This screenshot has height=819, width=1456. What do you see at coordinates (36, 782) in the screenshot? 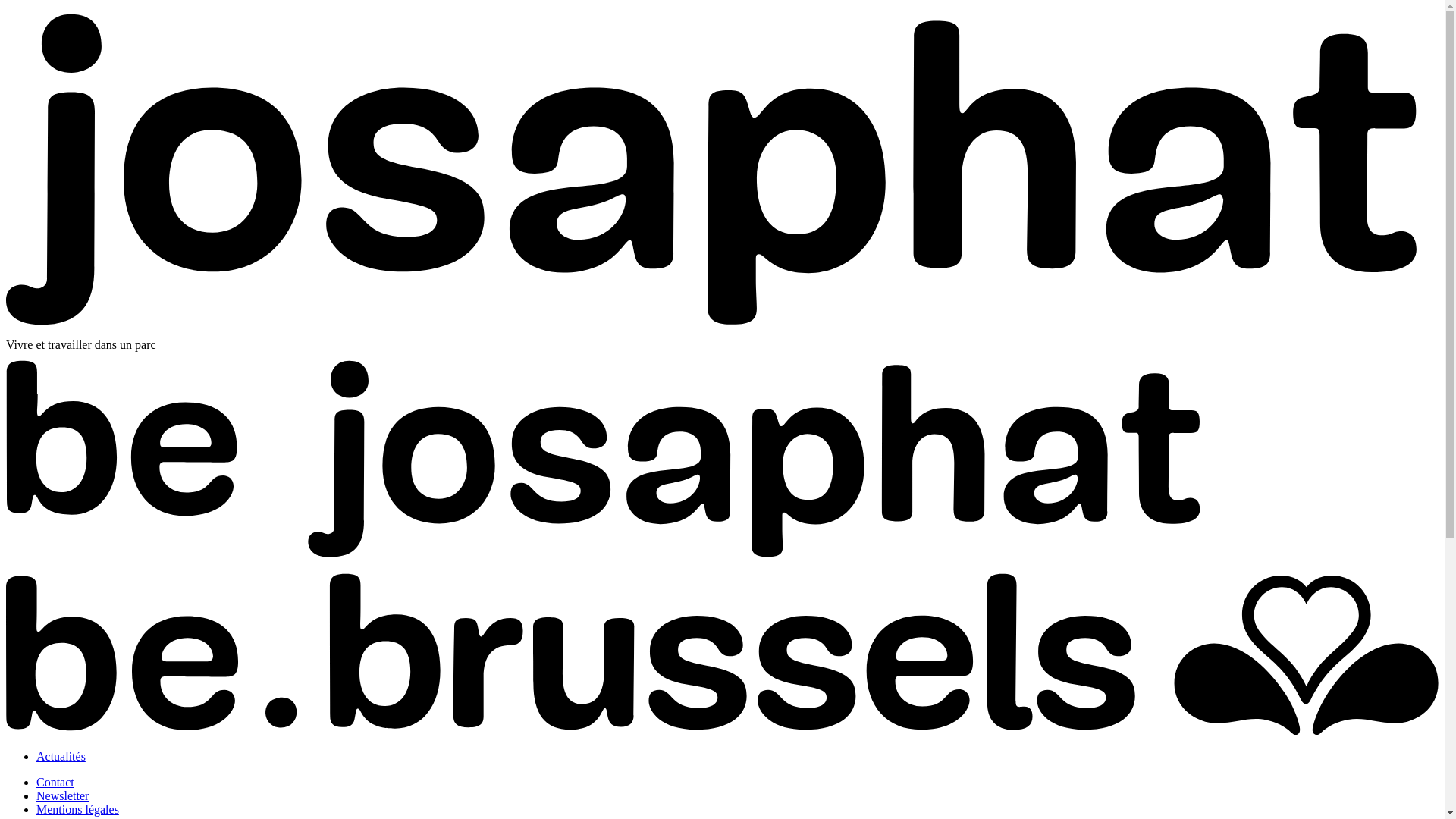
I see `'Contact'` at bounding box center [36, 782].